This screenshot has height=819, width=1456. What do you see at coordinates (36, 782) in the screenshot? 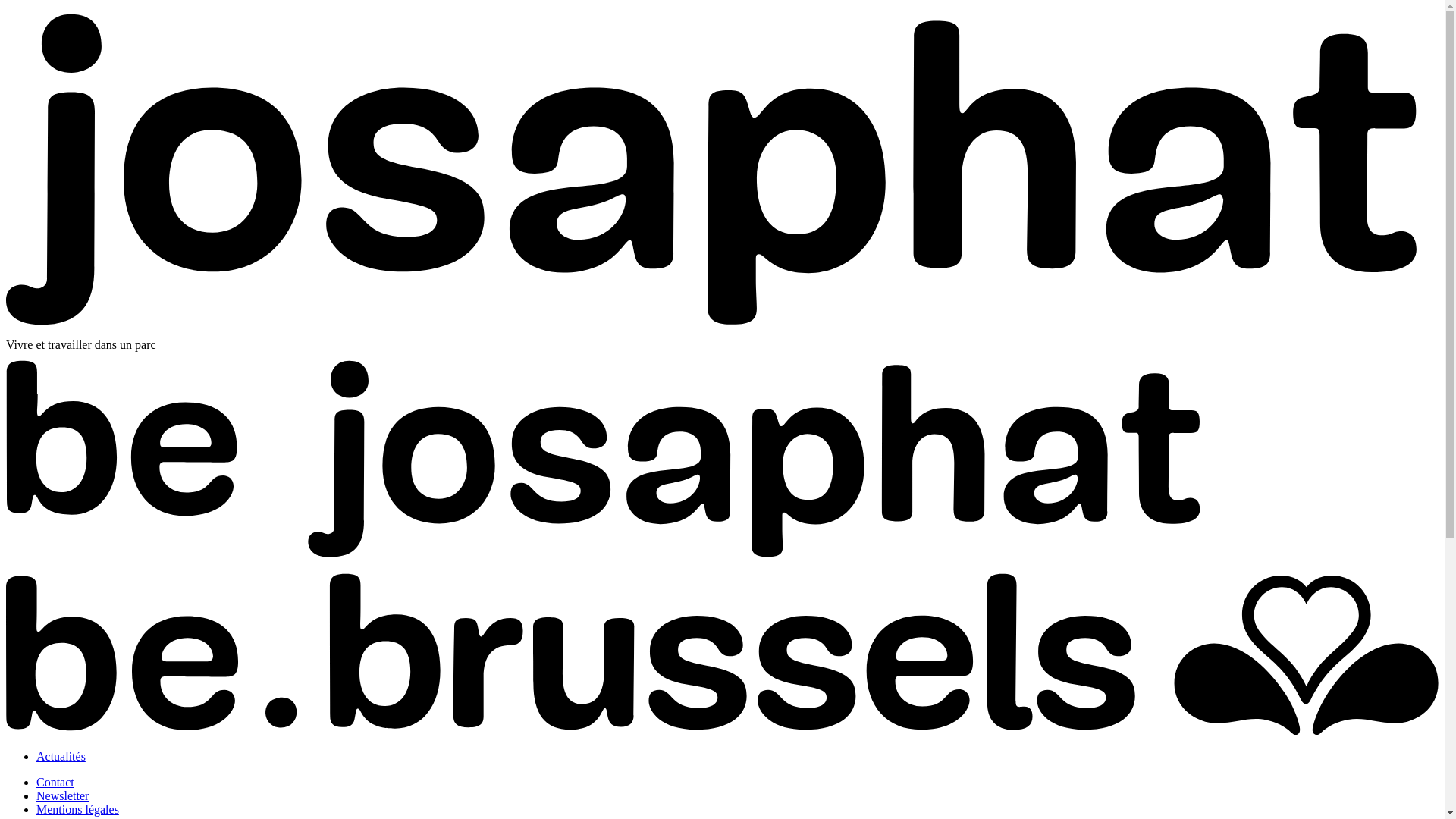
I see `'Contact'` at bounding box center [36, 782].